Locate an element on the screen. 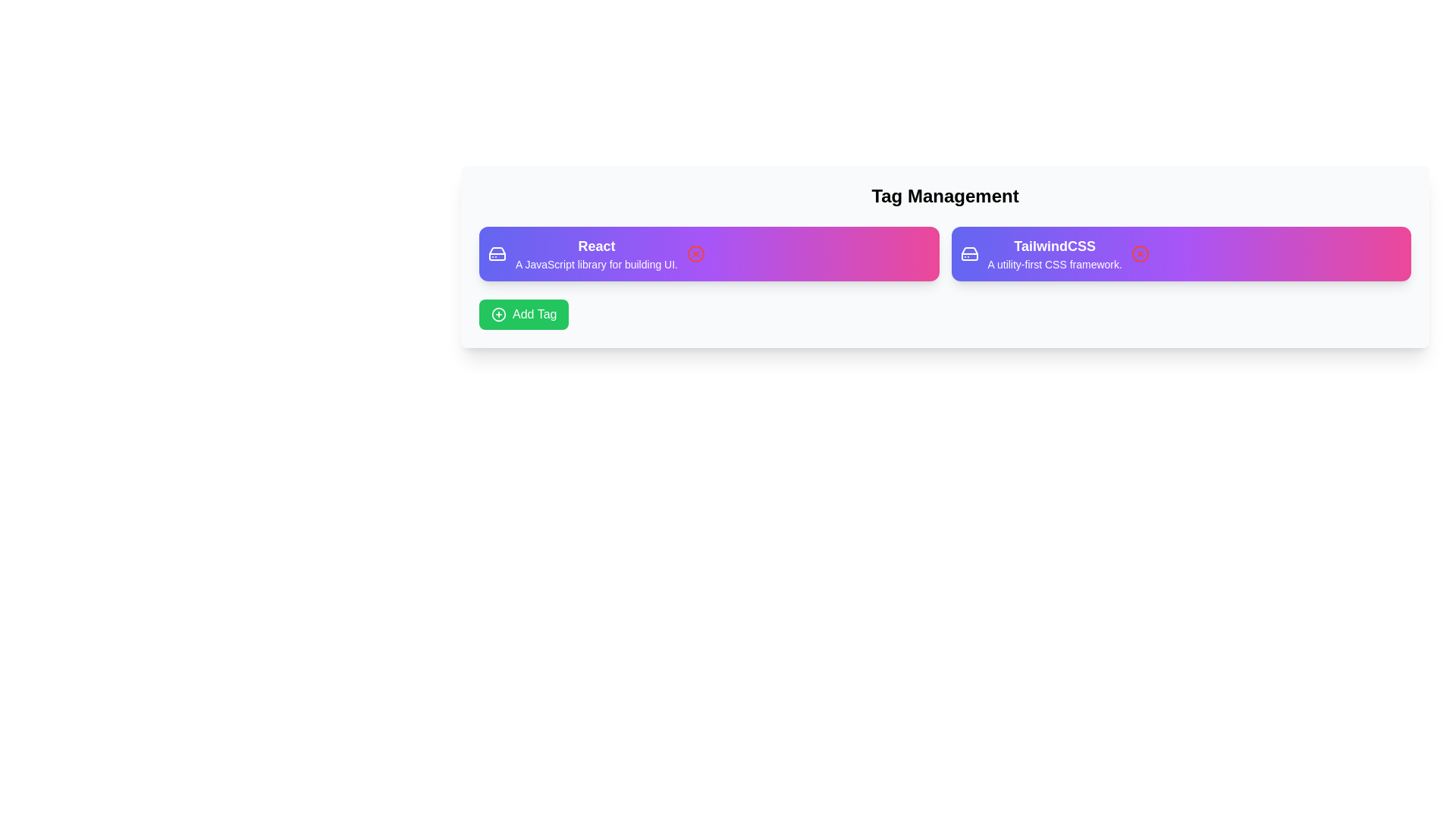  the static text element stating 'A utility-first CSS framework.' which is positioned below the title 'TailwindCSS' within a purple-pink gradient background is located at coordinates (1054, 263).